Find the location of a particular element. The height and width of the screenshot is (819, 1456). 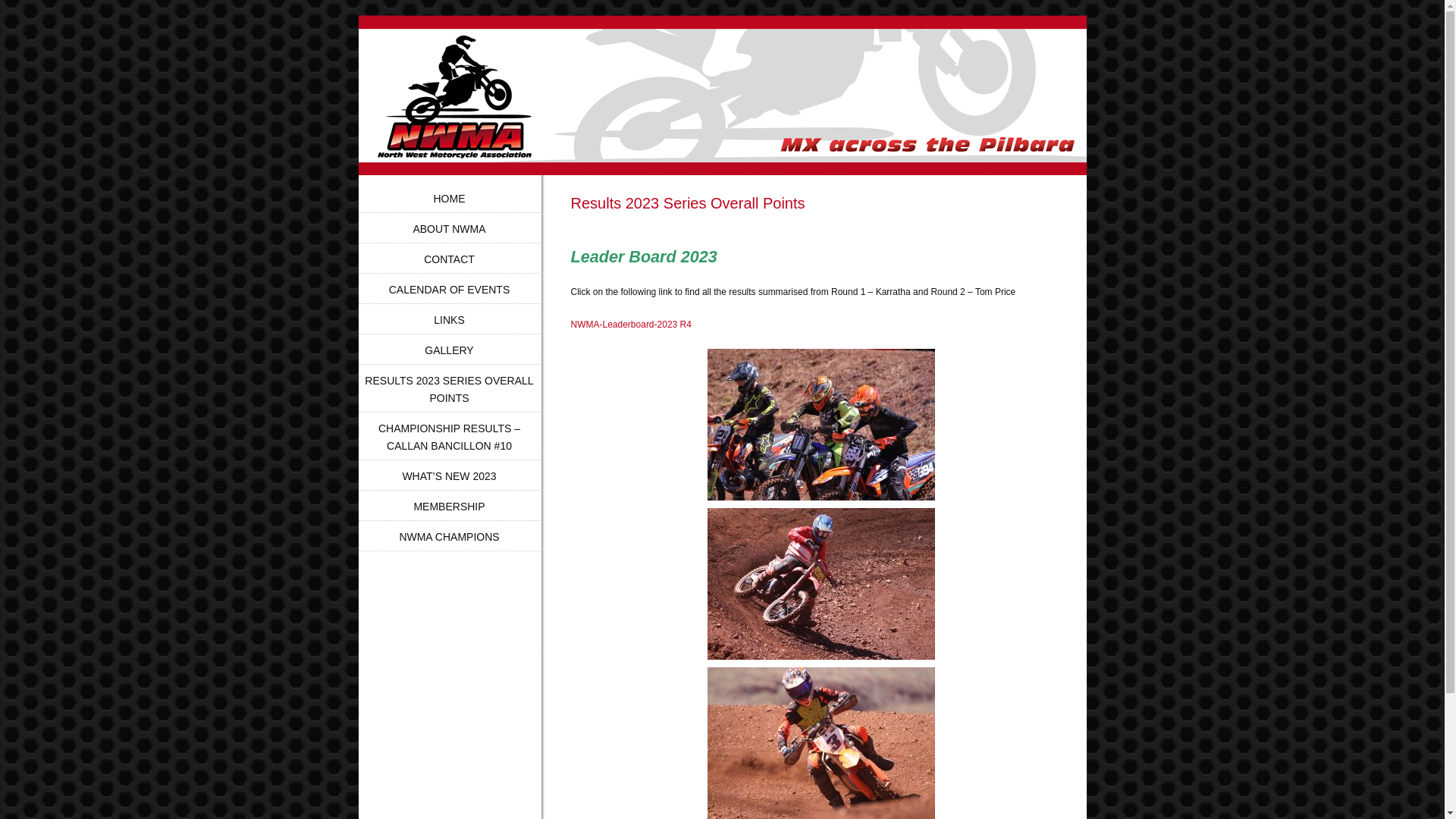

'ABOUT NWMA' is located at coordinates (447, 228).